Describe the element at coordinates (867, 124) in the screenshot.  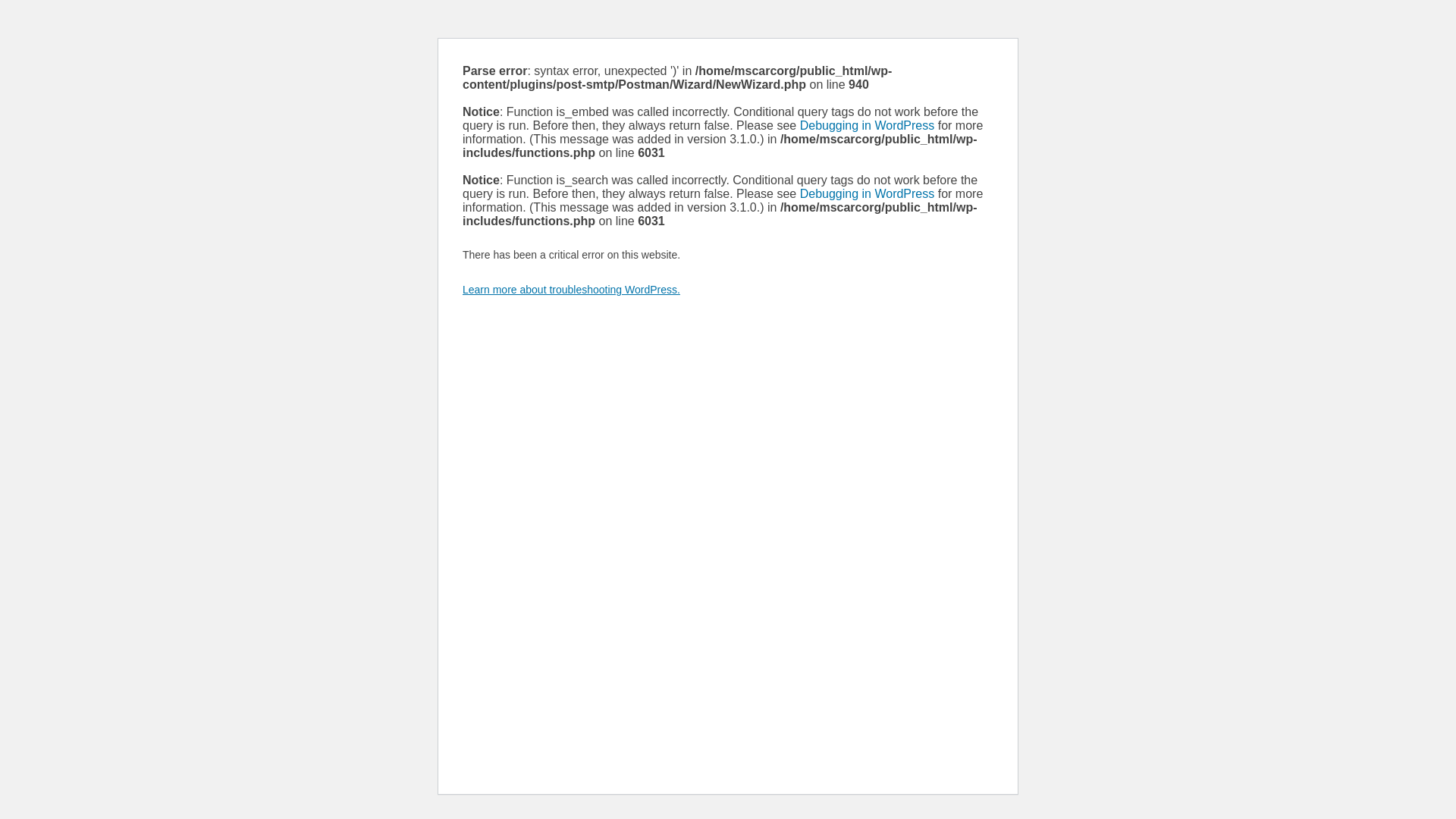
I see `'Debugging in WordPress'` at that location.